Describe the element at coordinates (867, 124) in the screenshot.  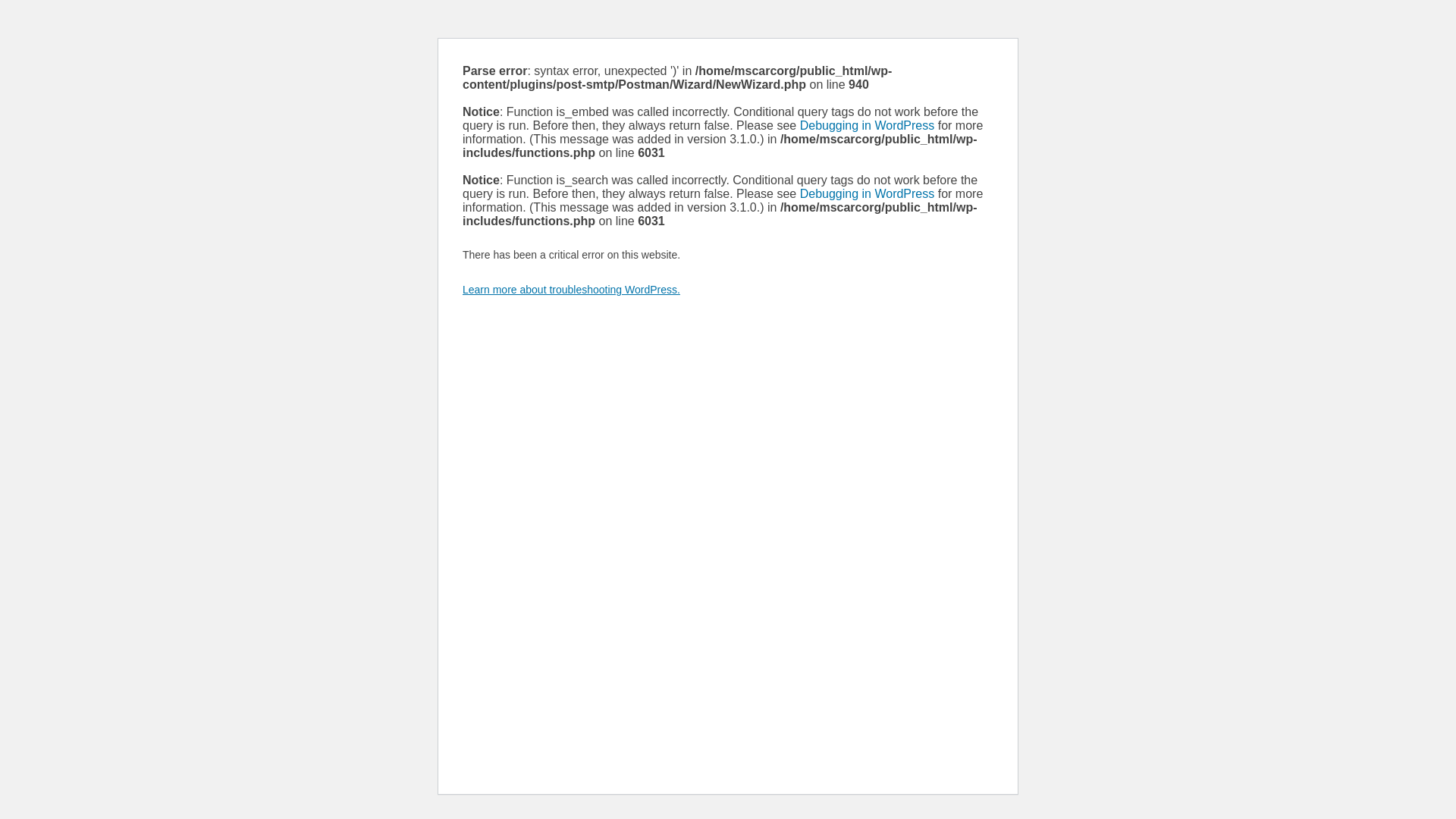
I see `'Debugging in WordPress'` at that location.